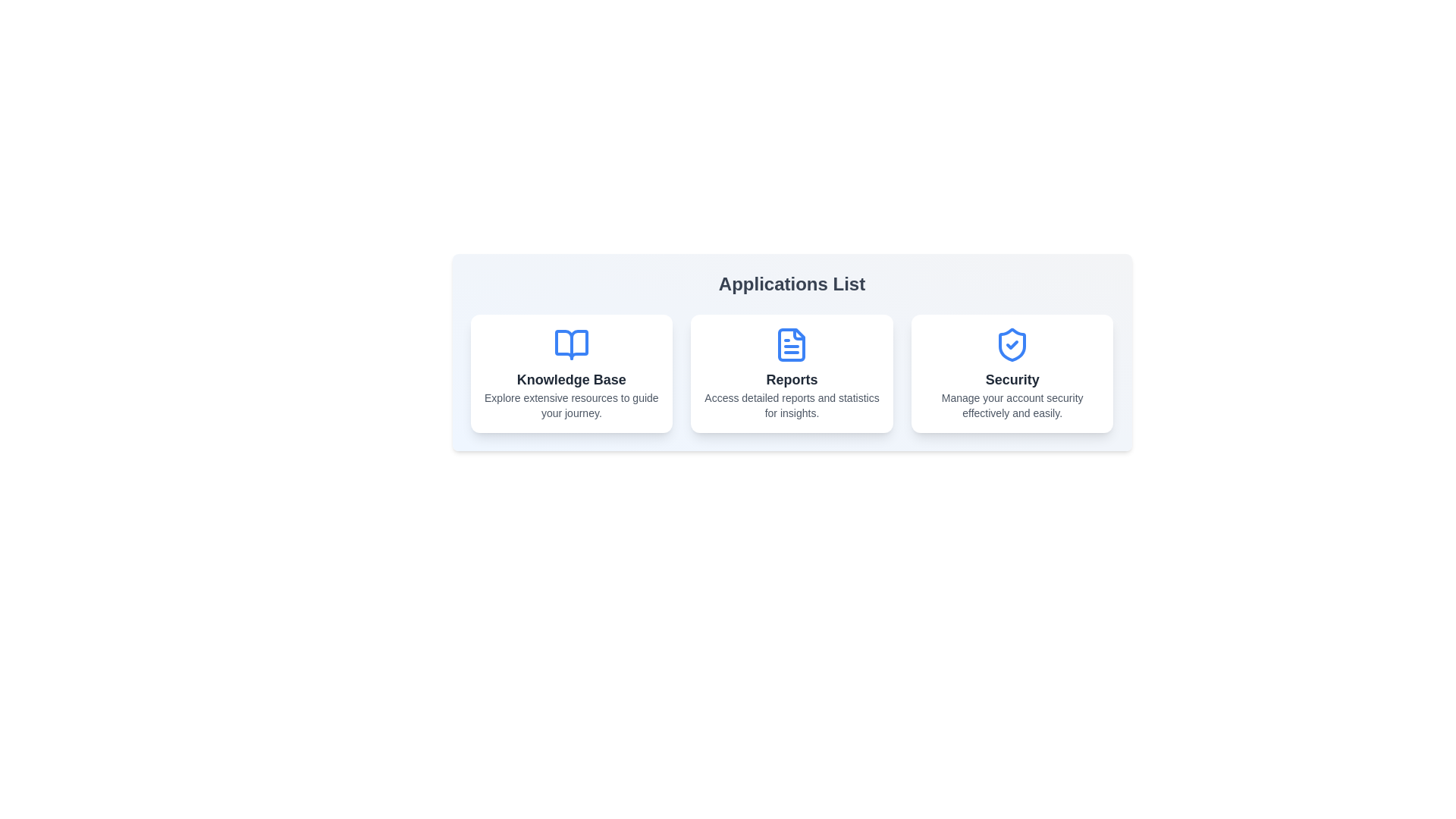 Image resolution: width=1456 pixels, height=819 pixels. Describe the element at coordinates (1012, 374) in the screenshot. I see `the Security card to simulate an interaction` at that location.